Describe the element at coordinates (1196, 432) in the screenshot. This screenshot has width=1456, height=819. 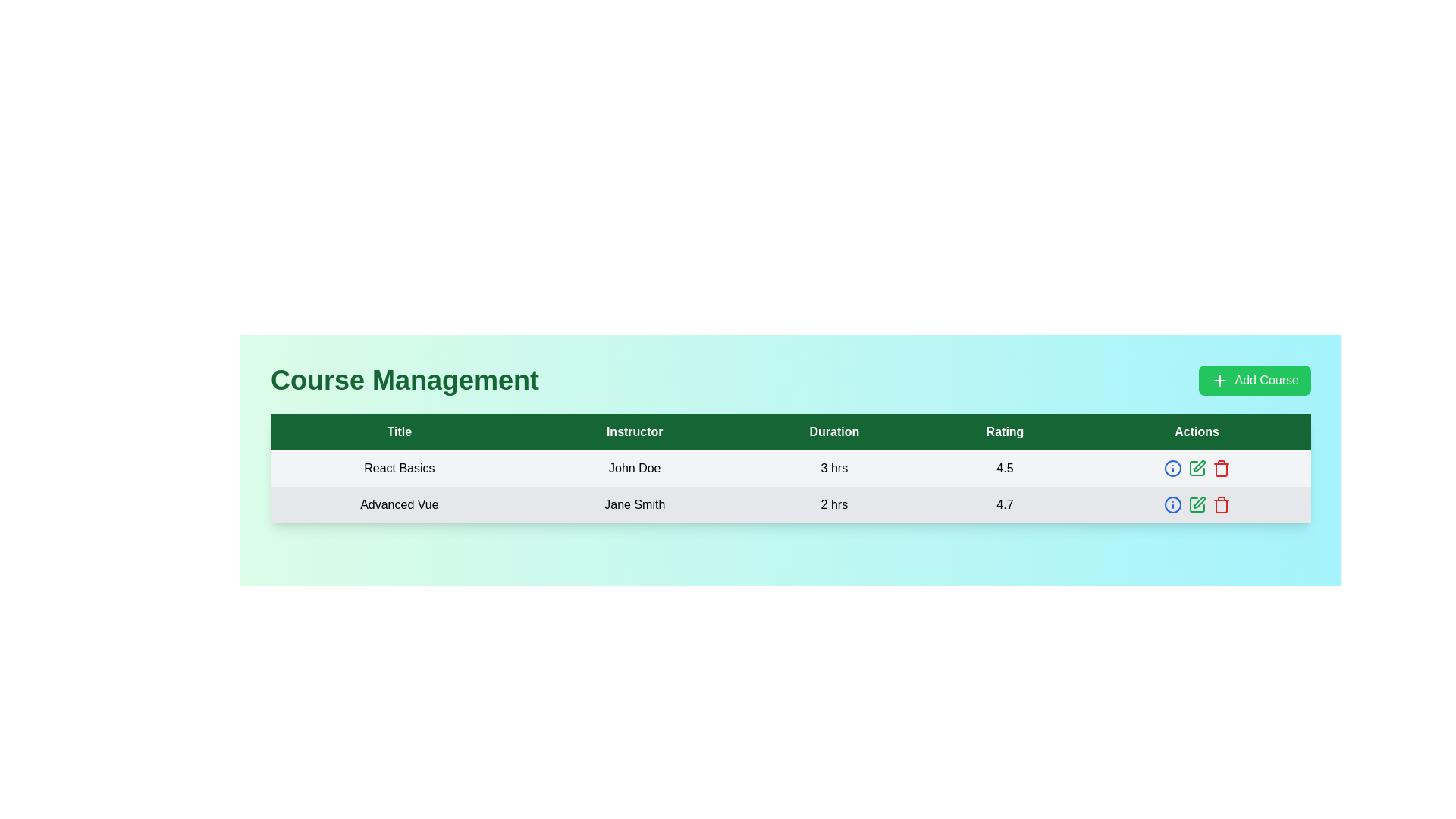
I see `the table header with a green background and white text labeled 'Actions', which is the rightmost column in the table header row` at that location.